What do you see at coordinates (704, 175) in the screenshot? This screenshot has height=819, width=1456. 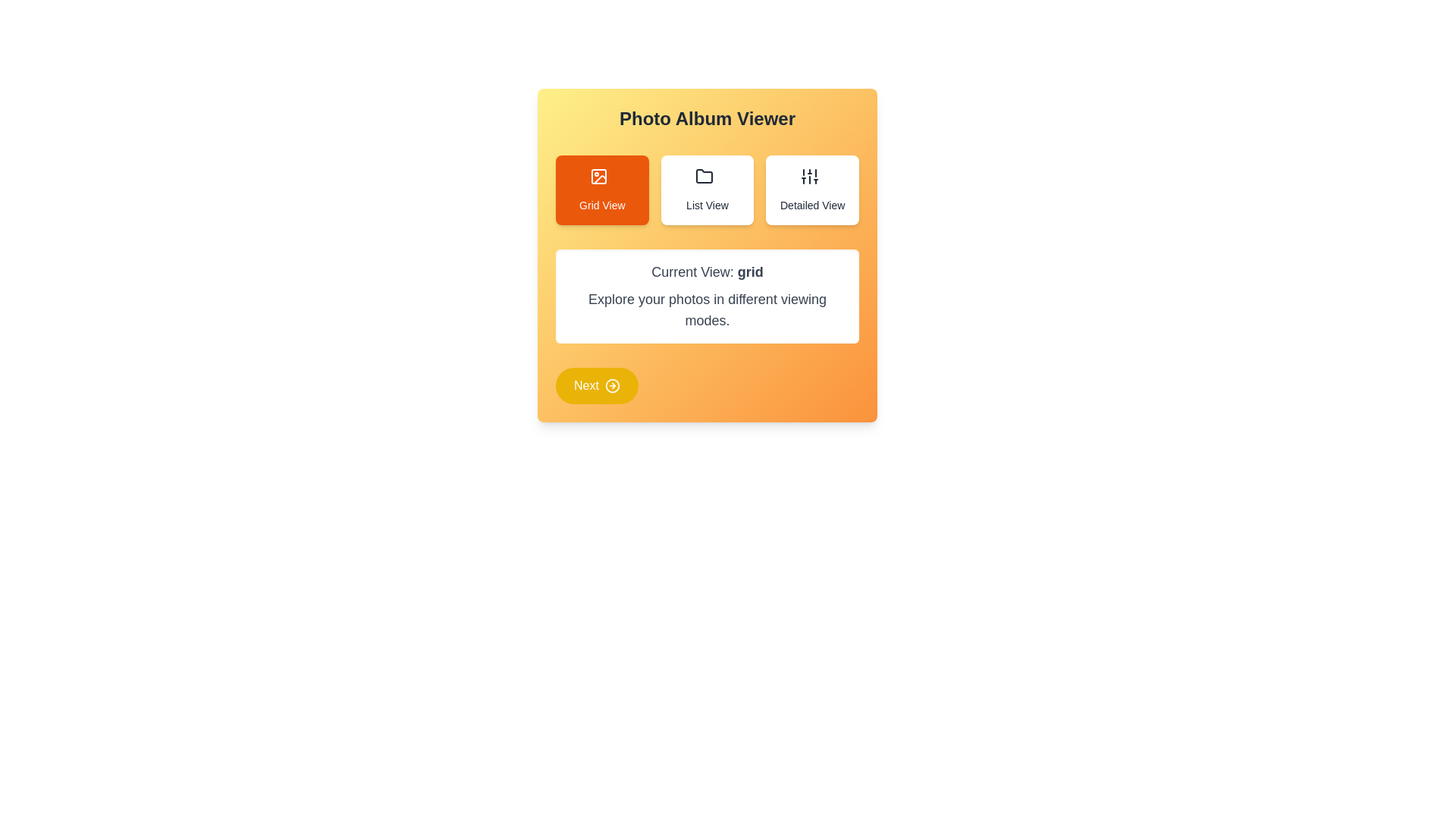 I see `the 'List View' icon, which is a folder-shaped icon located in the second column of viewing options at the top center of the interface` at bounding box center [704, 175].